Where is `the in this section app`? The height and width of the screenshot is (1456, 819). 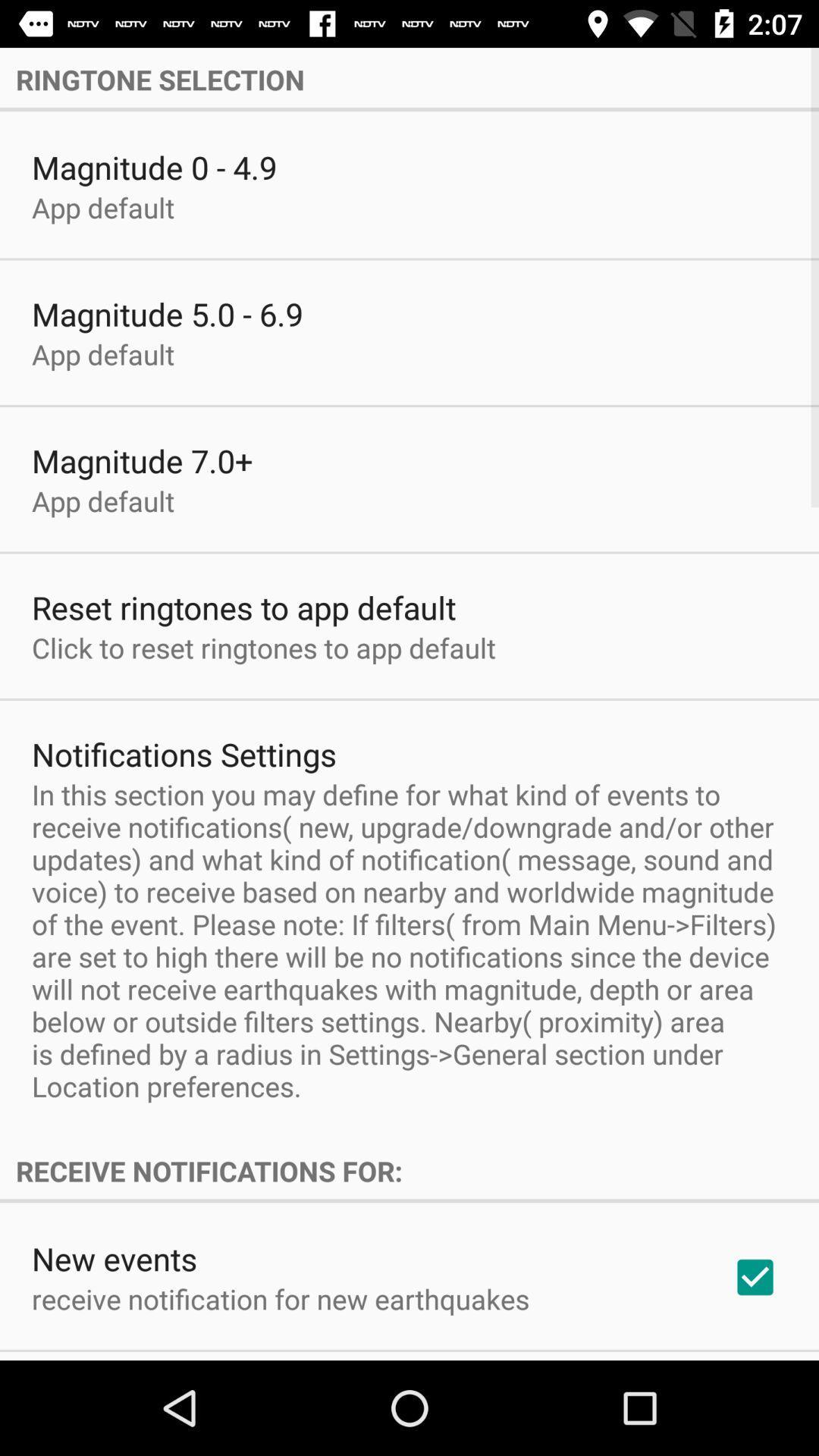
the in this section app is located at coordinates (409, 940).